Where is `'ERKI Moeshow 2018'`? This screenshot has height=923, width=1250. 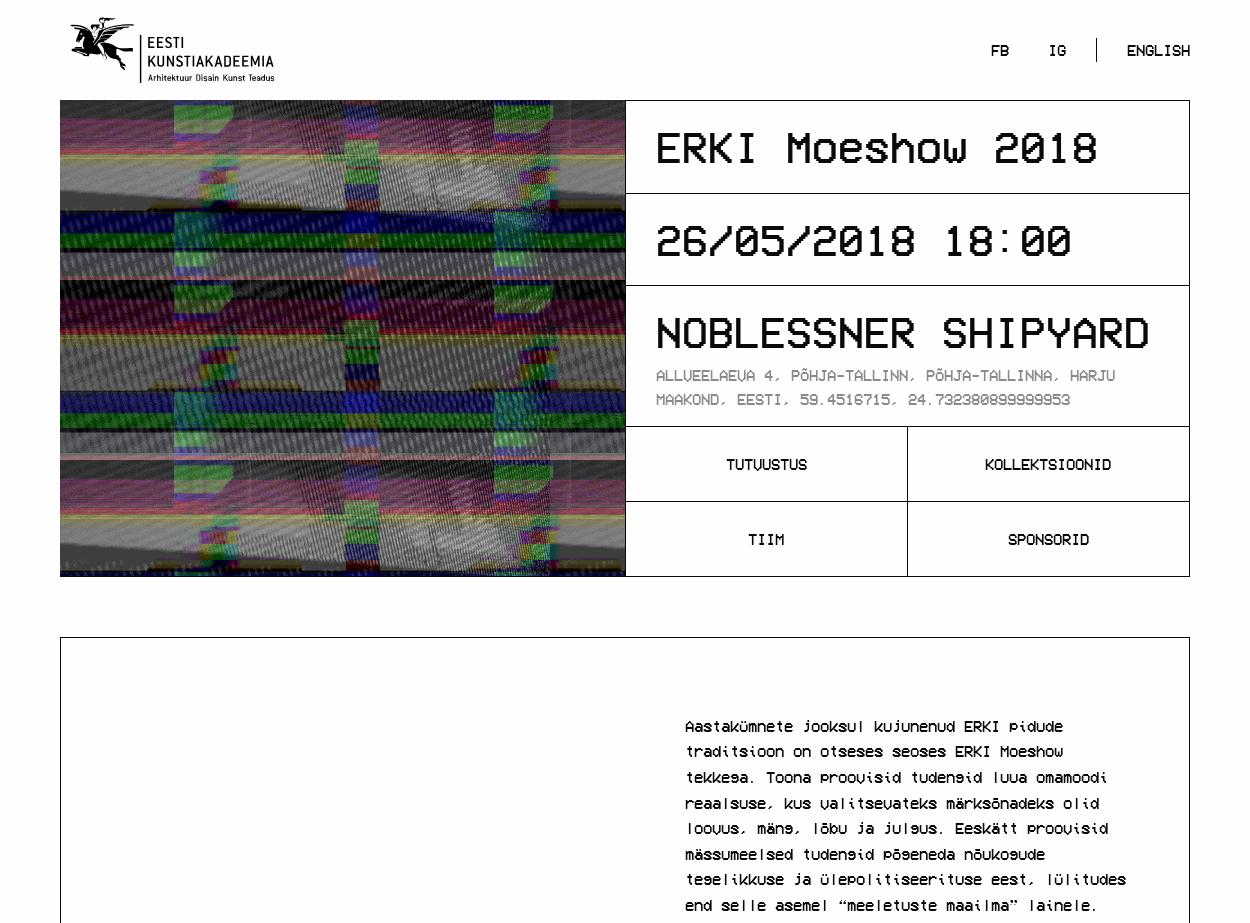
'ERKI Moeshow 2018' is located at coordinates (877, 146).